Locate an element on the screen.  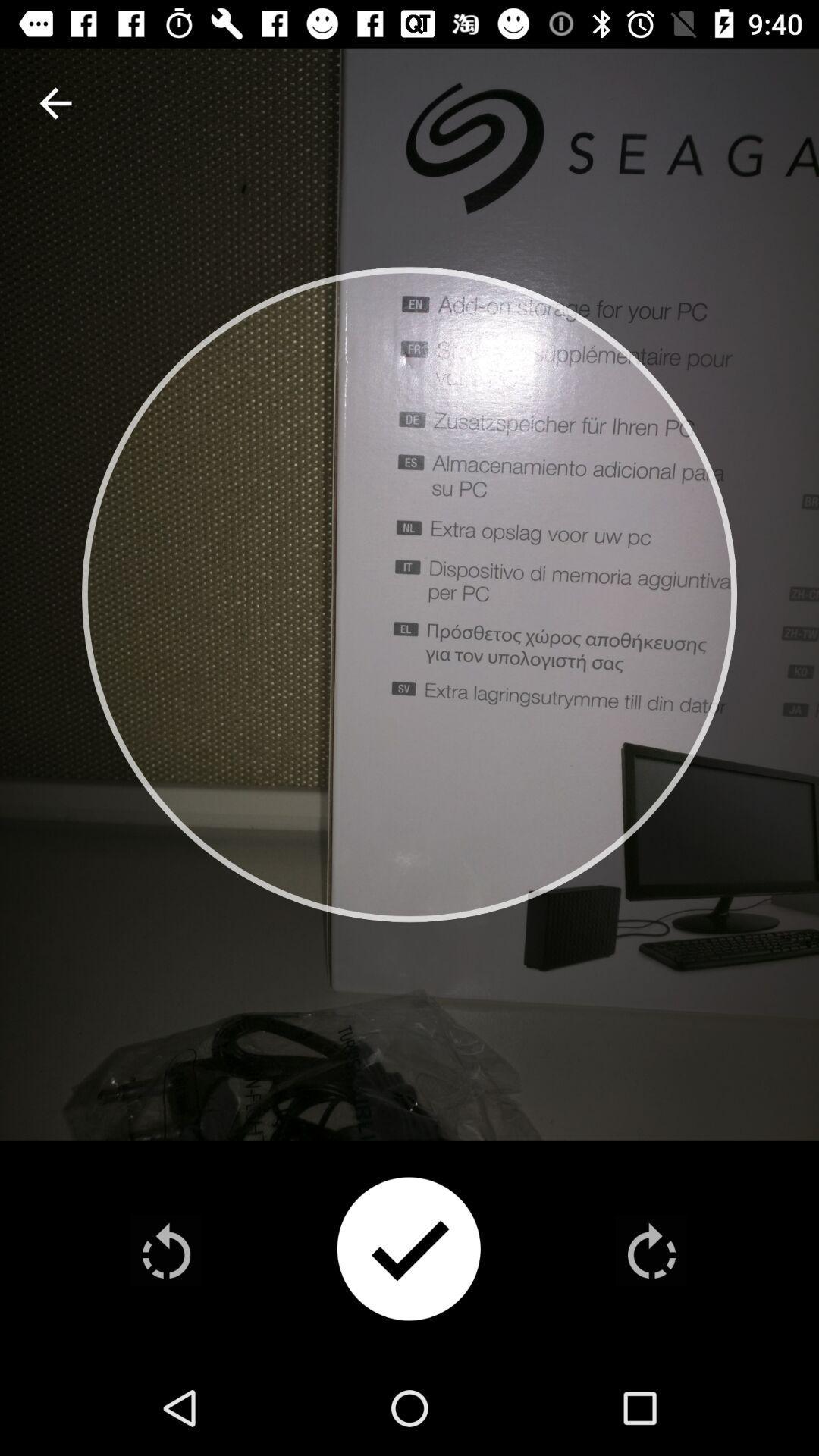
go ahead is located at coordinates (651, 1250).